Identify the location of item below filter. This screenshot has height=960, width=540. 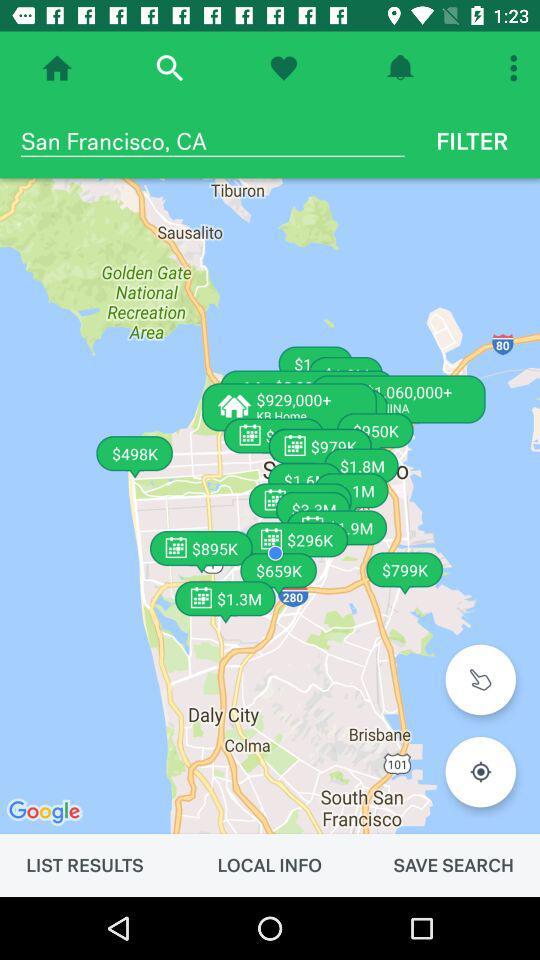
(479, 679).